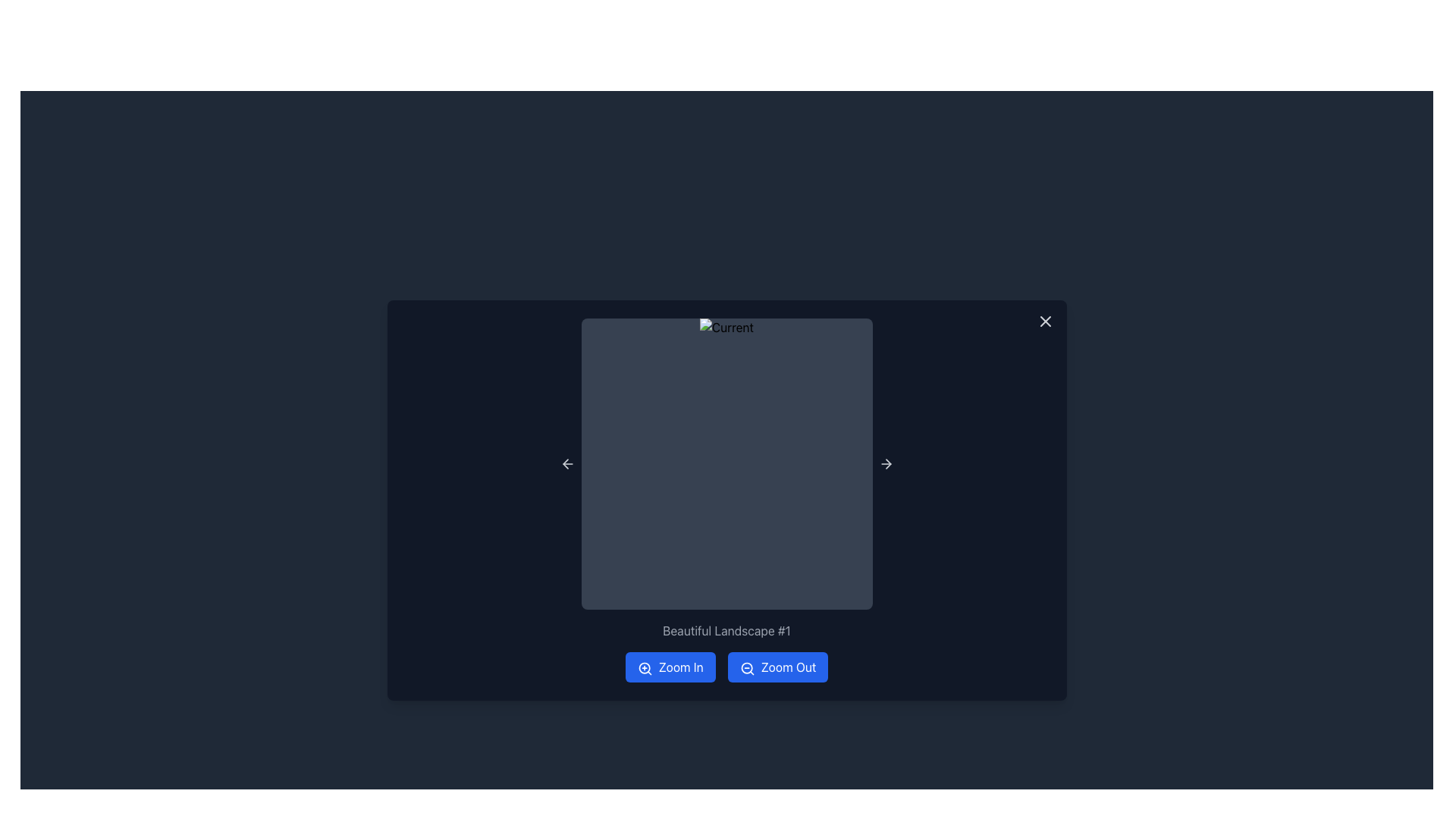 This screenshot has width=1456, height=819. I want to click on the zoom-out icon located to the left of the 'Zoom Out' button text, within the same button component adjacent to the 'Zoom In' button, so click(747, 667).